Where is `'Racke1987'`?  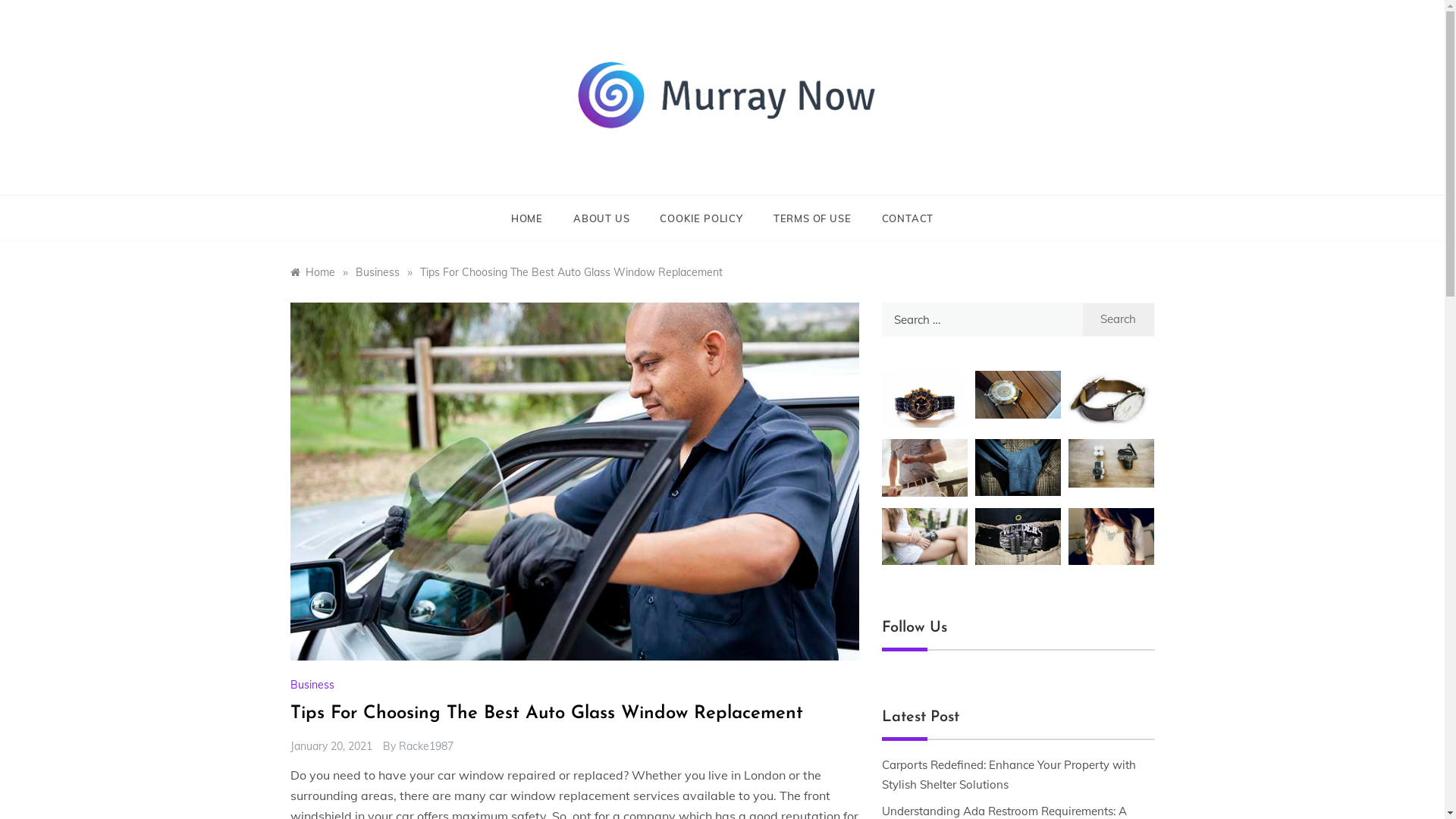 'Racke1987' is located at coordinates (425, 745).